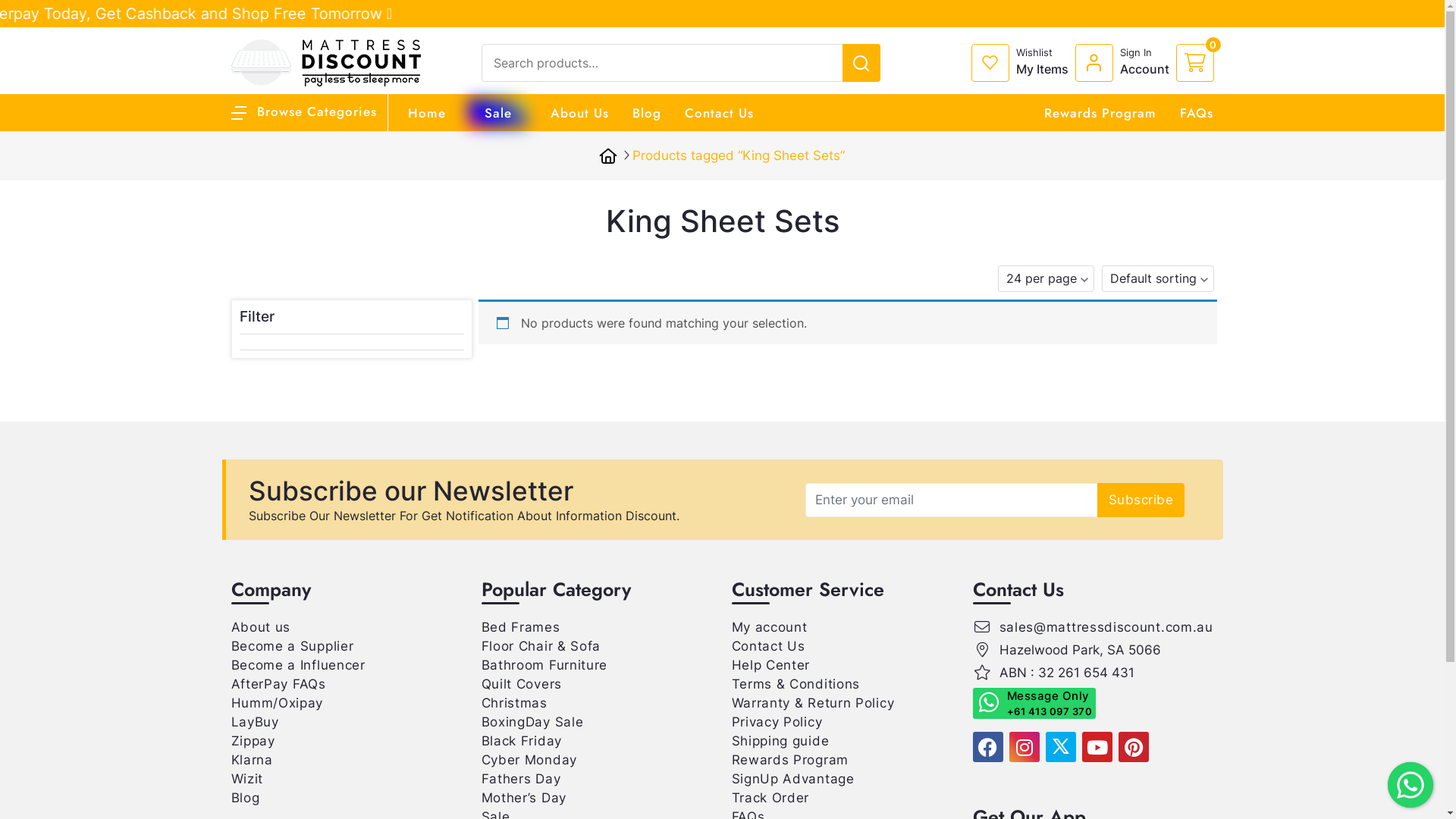  What do you see at coordinates (528, 760) in the screenshot?
I see `'Cyber Monday'` at bounding box center [528, 760].